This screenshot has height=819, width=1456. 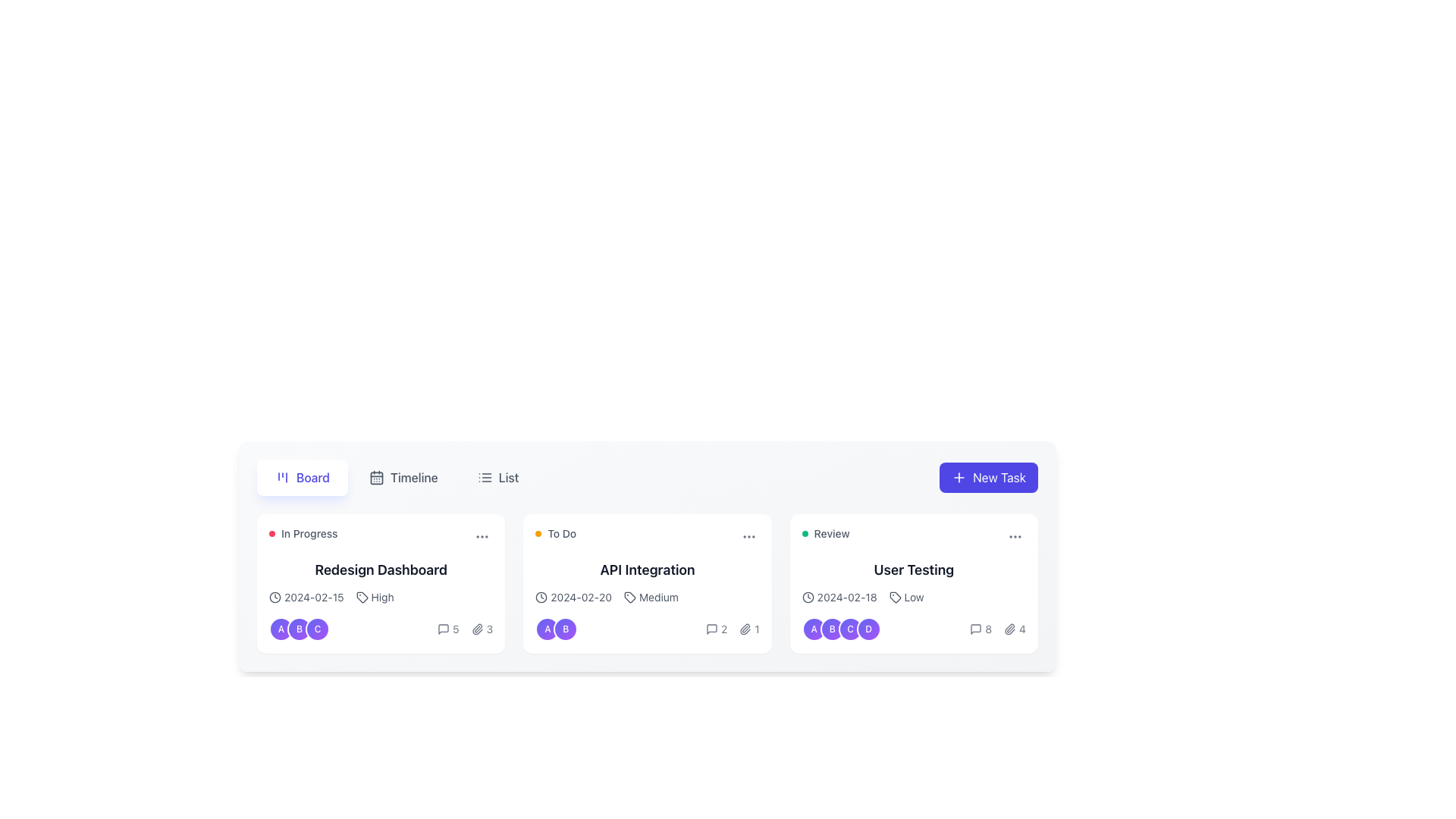 What do you see at coordinates (313, 596) in the screenshot?
I see `the text label displaying the specific date related to the task in the bottom-left section of the 'Redesign Dashboard' card, adjacent to the clock icon` at bounding box center [313, 596].